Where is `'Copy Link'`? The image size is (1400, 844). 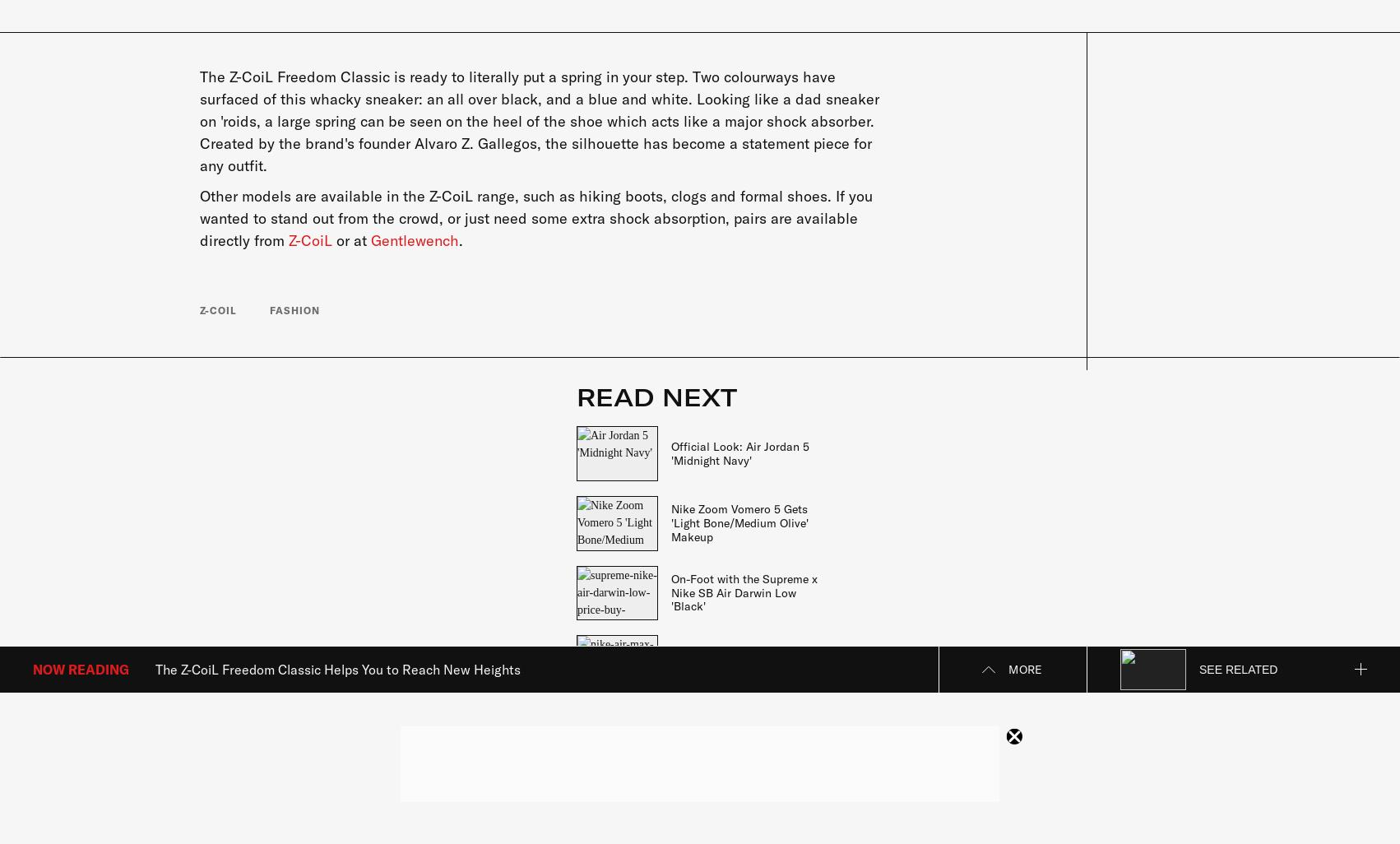 'Copy Link' is located at coordinates (1027, 619).